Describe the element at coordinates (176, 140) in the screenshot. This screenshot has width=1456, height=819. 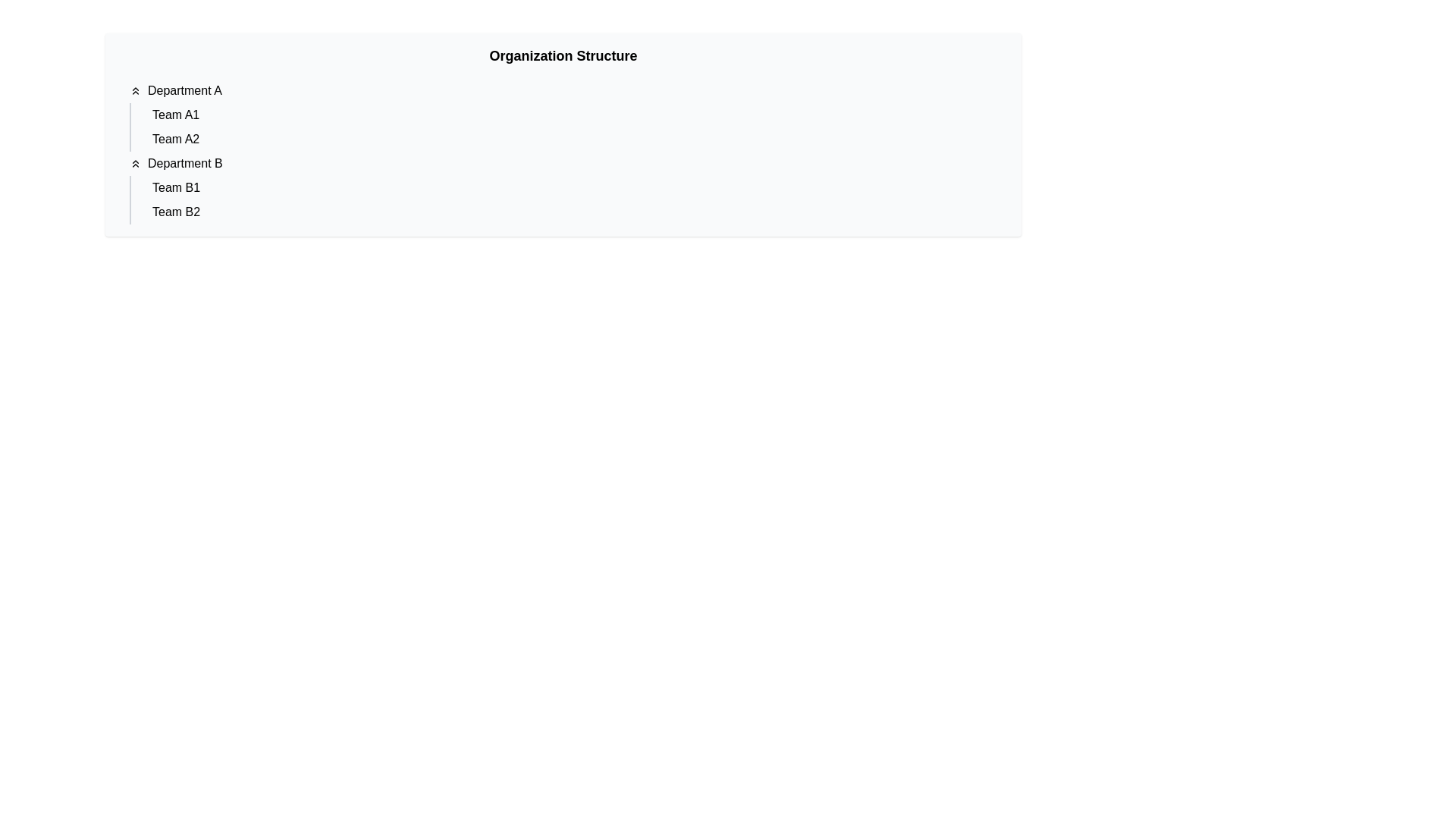
I see `the static text label representing 'Team A2' in the organizational structure, which is located under 'Department A' and directly below 'Team A1'` at that location.